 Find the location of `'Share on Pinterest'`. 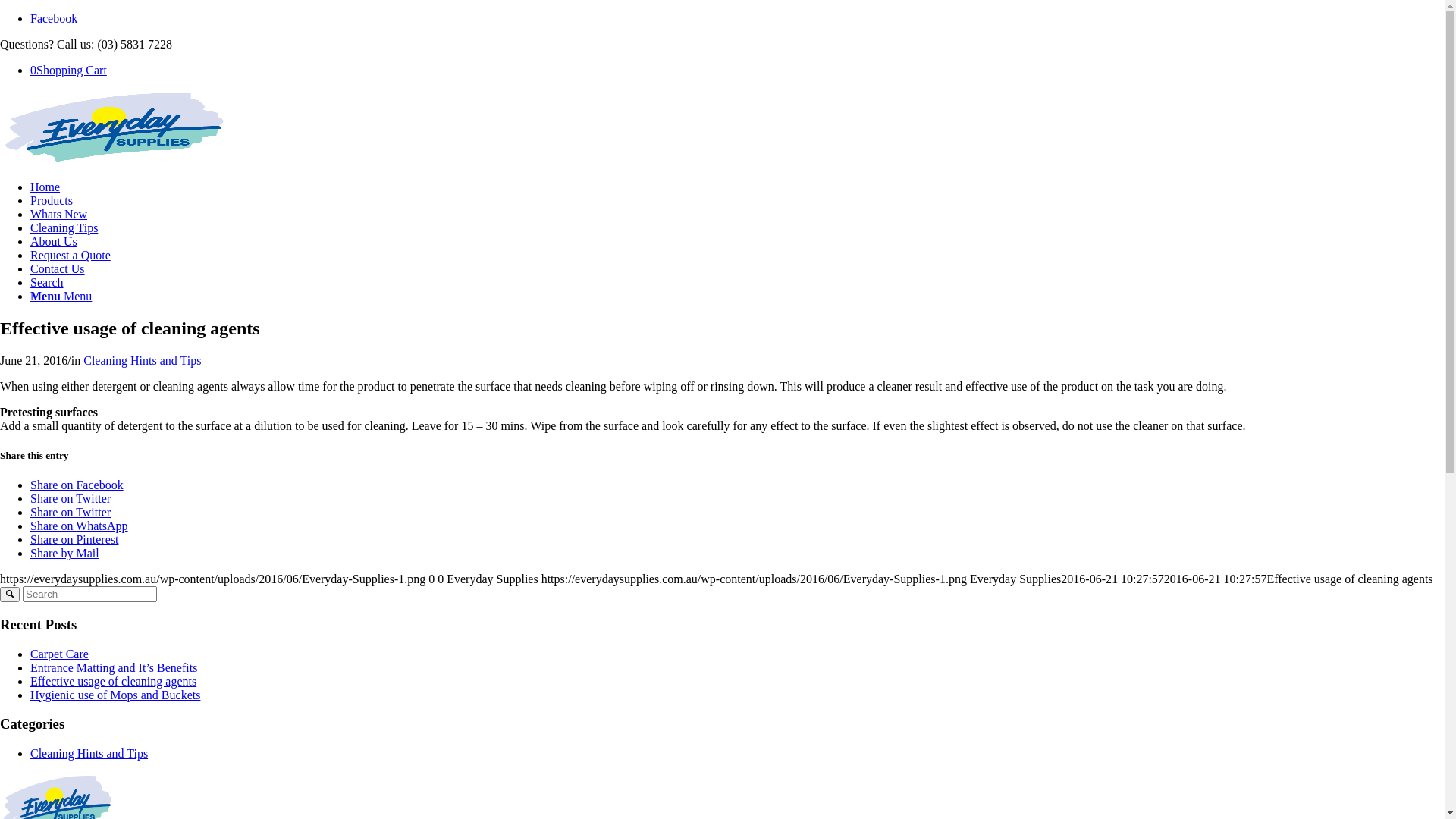

'Share on Pinterest' is located at coordinates (73, 538).